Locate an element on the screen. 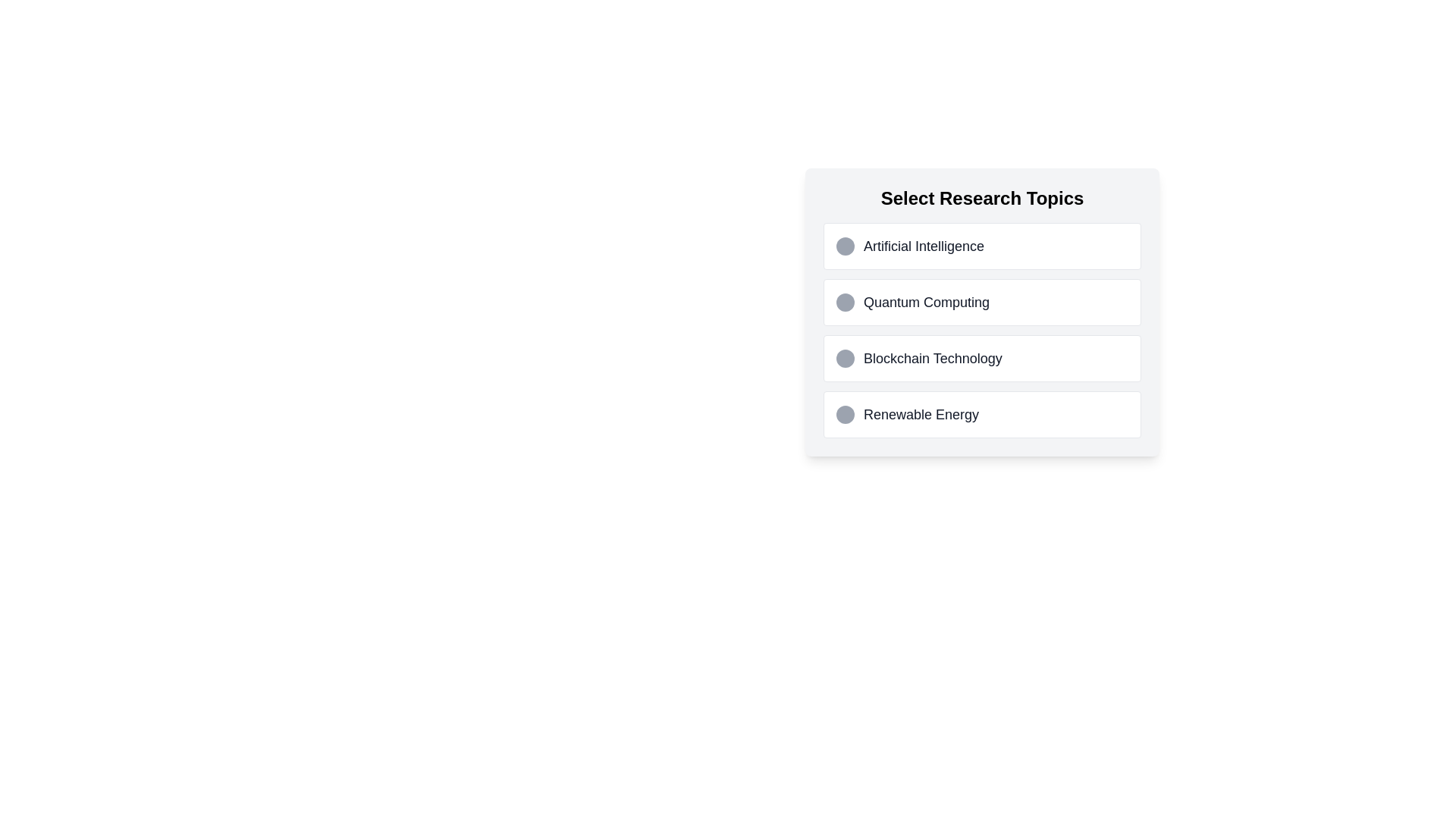  the second selectable list item in the 'Select Research Topics' list is located at coordinates (912, 302).